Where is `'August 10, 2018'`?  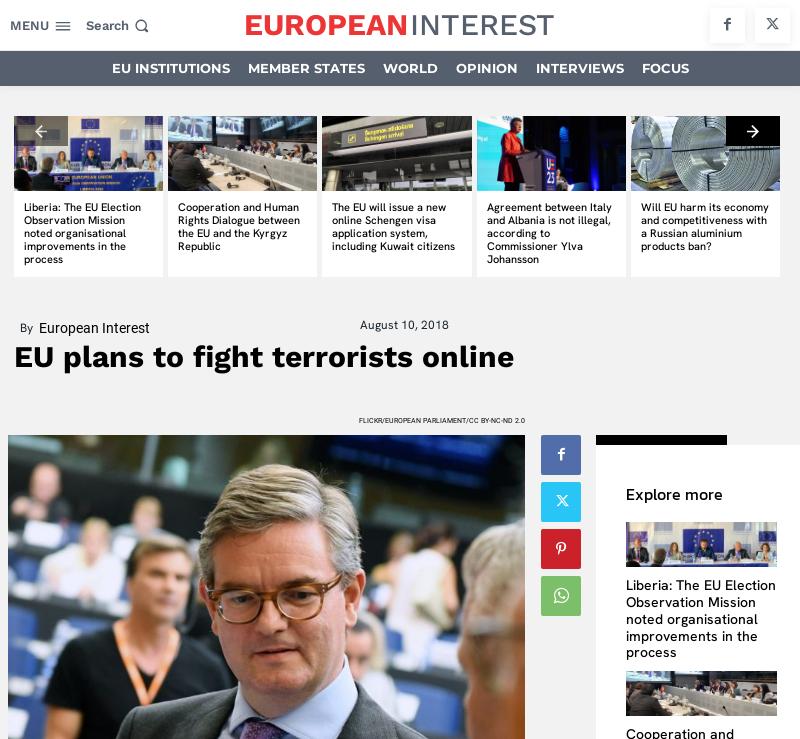 'August 10, 2018' is located at coordinates (403, 323).